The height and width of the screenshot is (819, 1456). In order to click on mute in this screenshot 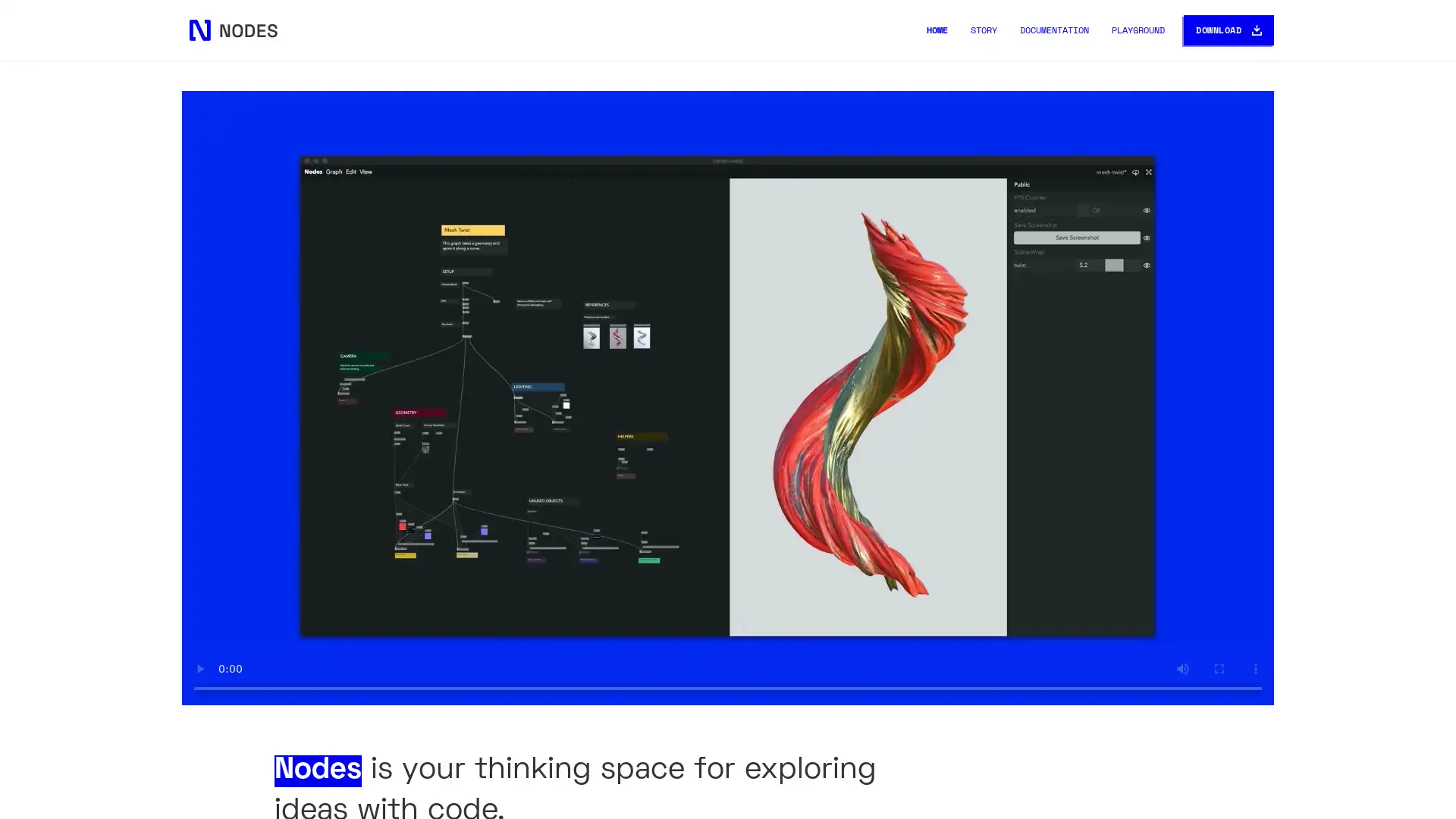, I will do `click(1182, 668)`.